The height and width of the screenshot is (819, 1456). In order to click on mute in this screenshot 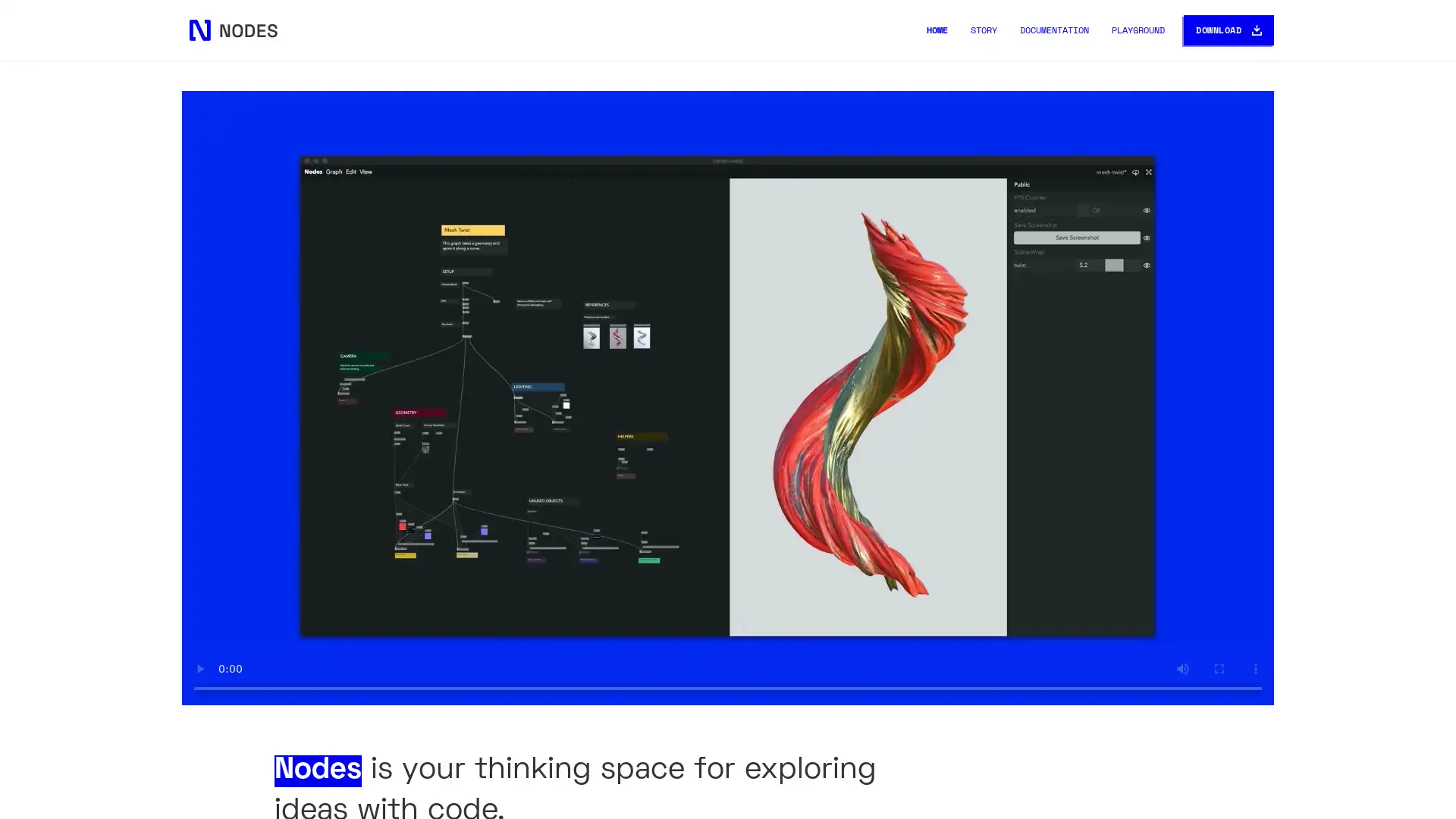, I will do `click(1182, 668)`.